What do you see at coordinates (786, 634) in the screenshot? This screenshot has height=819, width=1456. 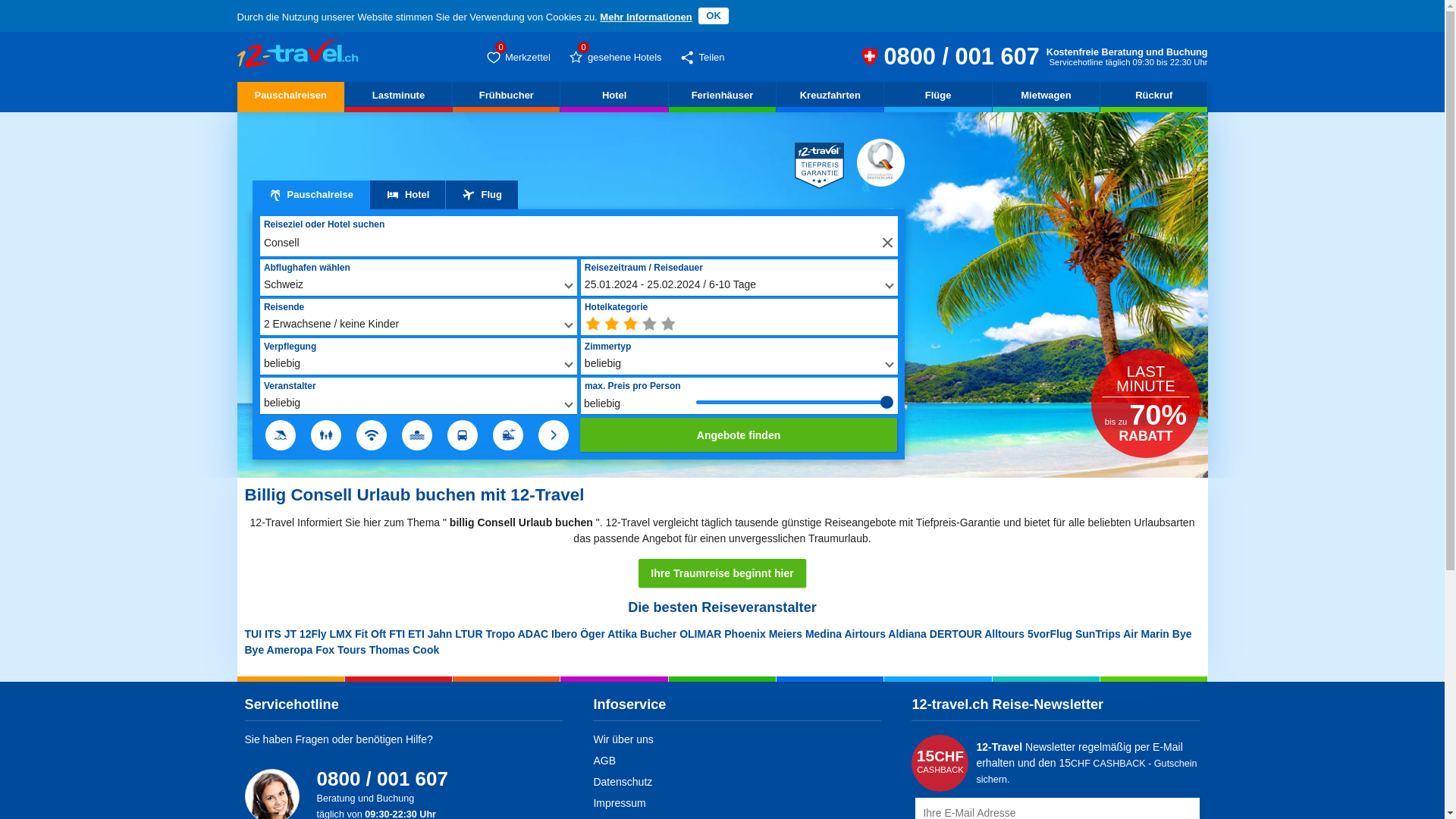 I see `'Meiers'` at bounding box center [786, 634].